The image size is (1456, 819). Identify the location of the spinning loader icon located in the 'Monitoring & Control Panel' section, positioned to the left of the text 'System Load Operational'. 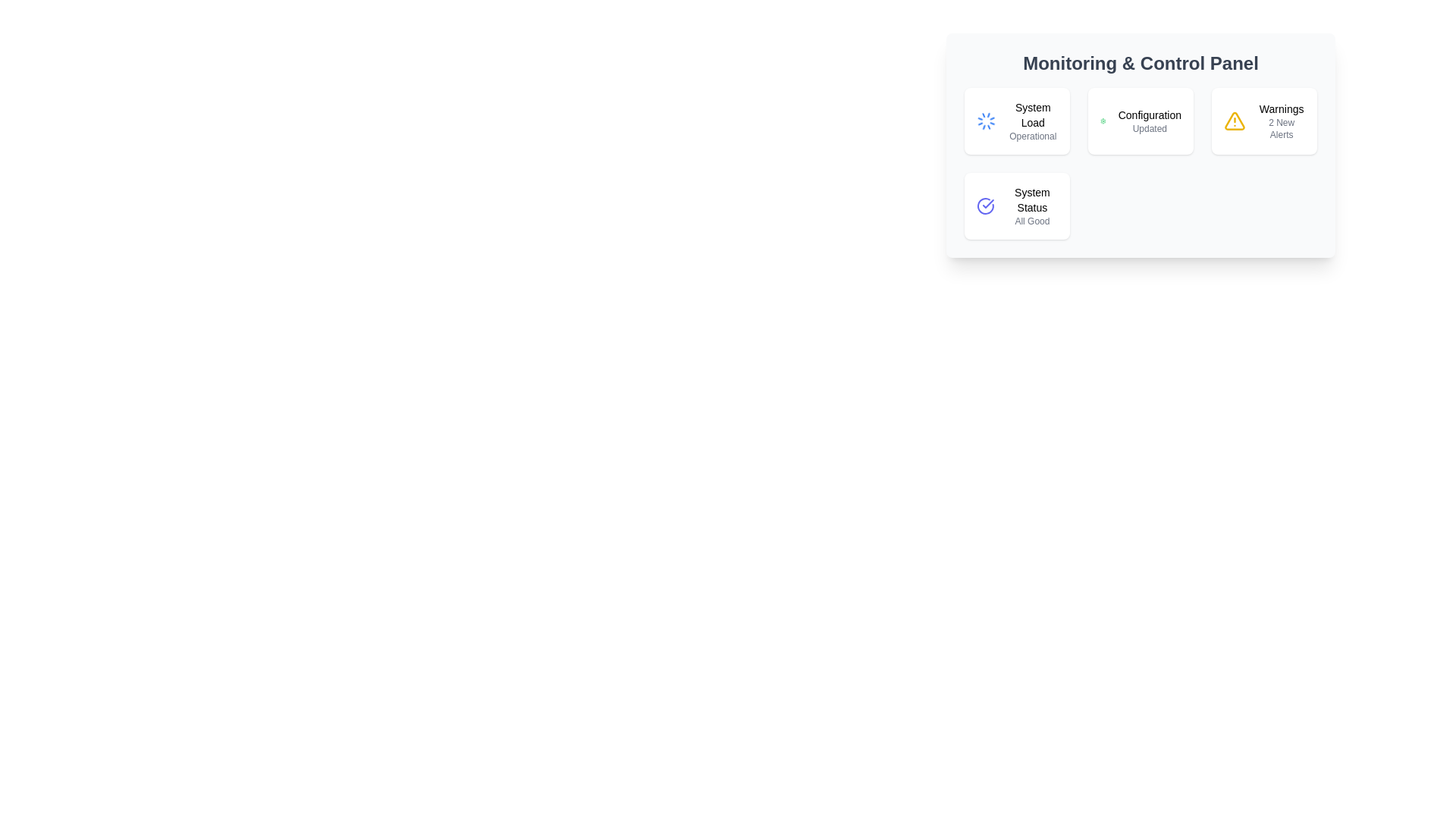
(986, 120).